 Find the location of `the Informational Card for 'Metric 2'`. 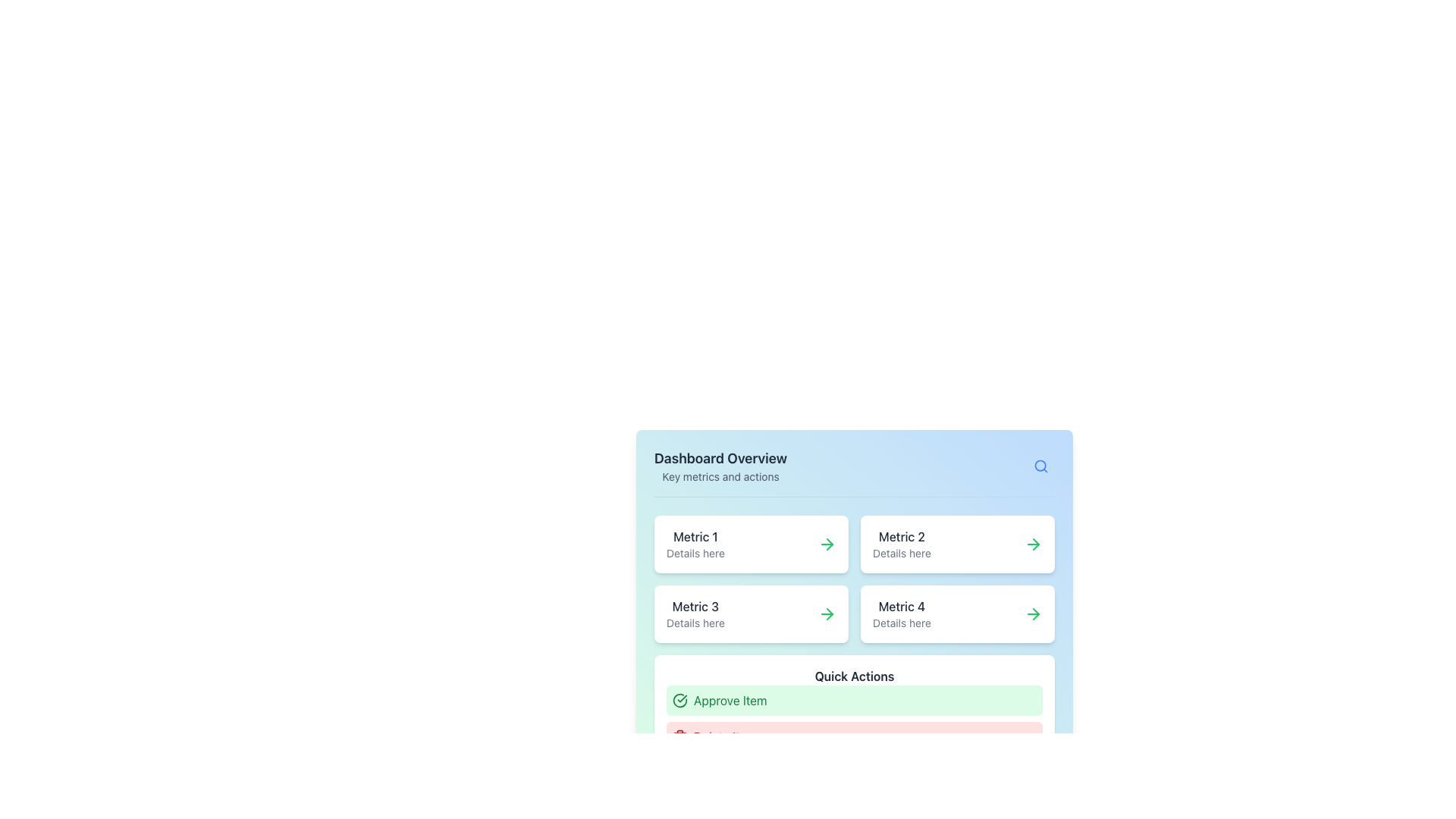

the Informational Card for 'Metric 2' is located at coordinates (956, 543).